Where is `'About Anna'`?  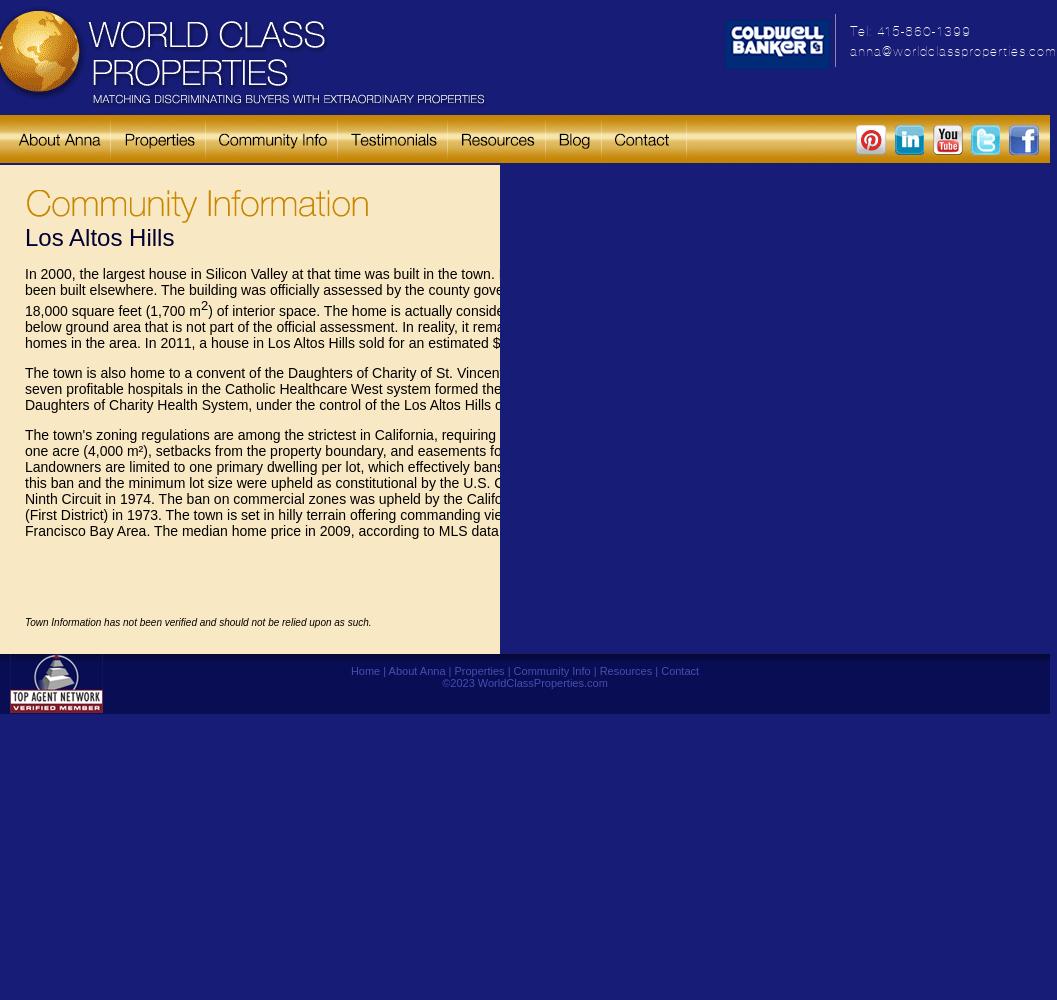
'About Anna' is located at coordinates (415, 670).